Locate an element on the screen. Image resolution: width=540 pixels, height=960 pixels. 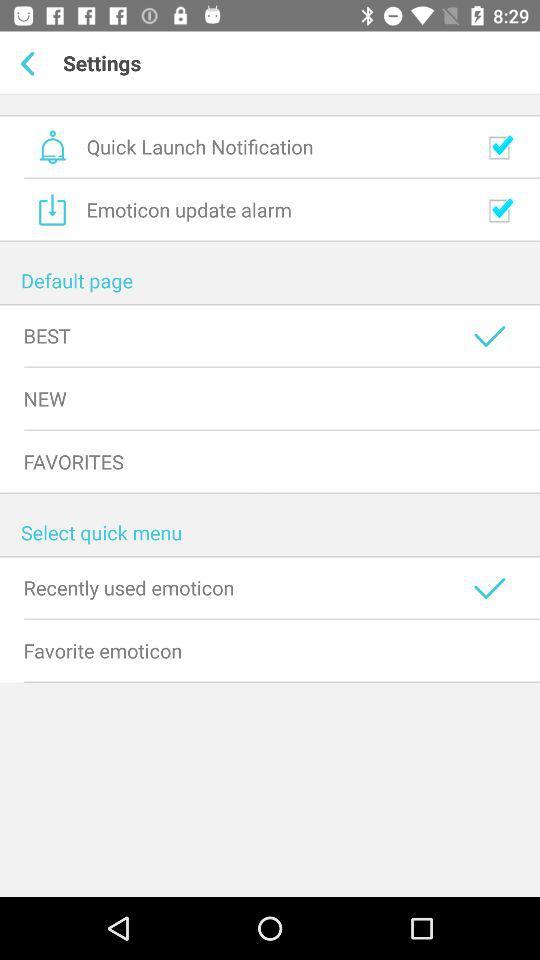
go back is located at coordinates (30, 63).